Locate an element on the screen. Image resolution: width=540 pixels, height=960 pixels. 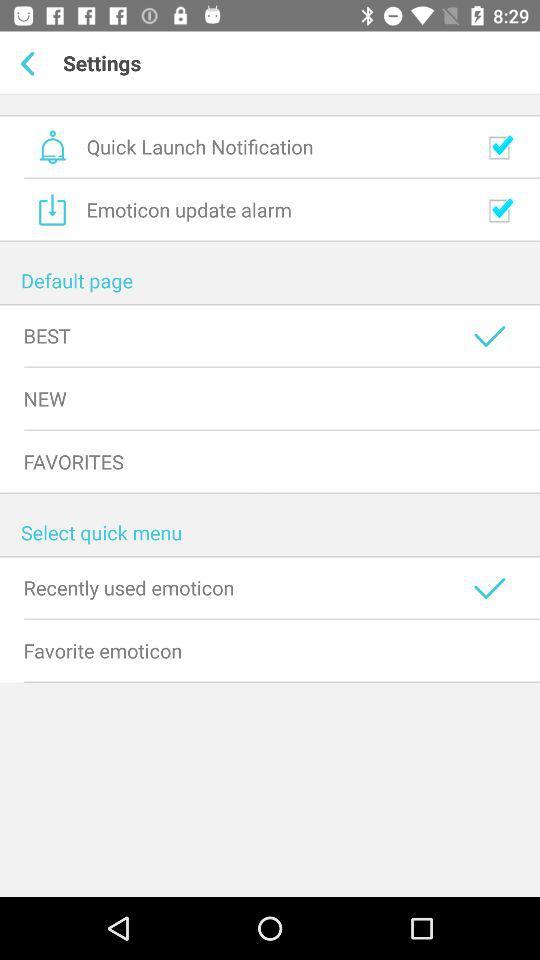
go back is located at coordinates (30, 63).